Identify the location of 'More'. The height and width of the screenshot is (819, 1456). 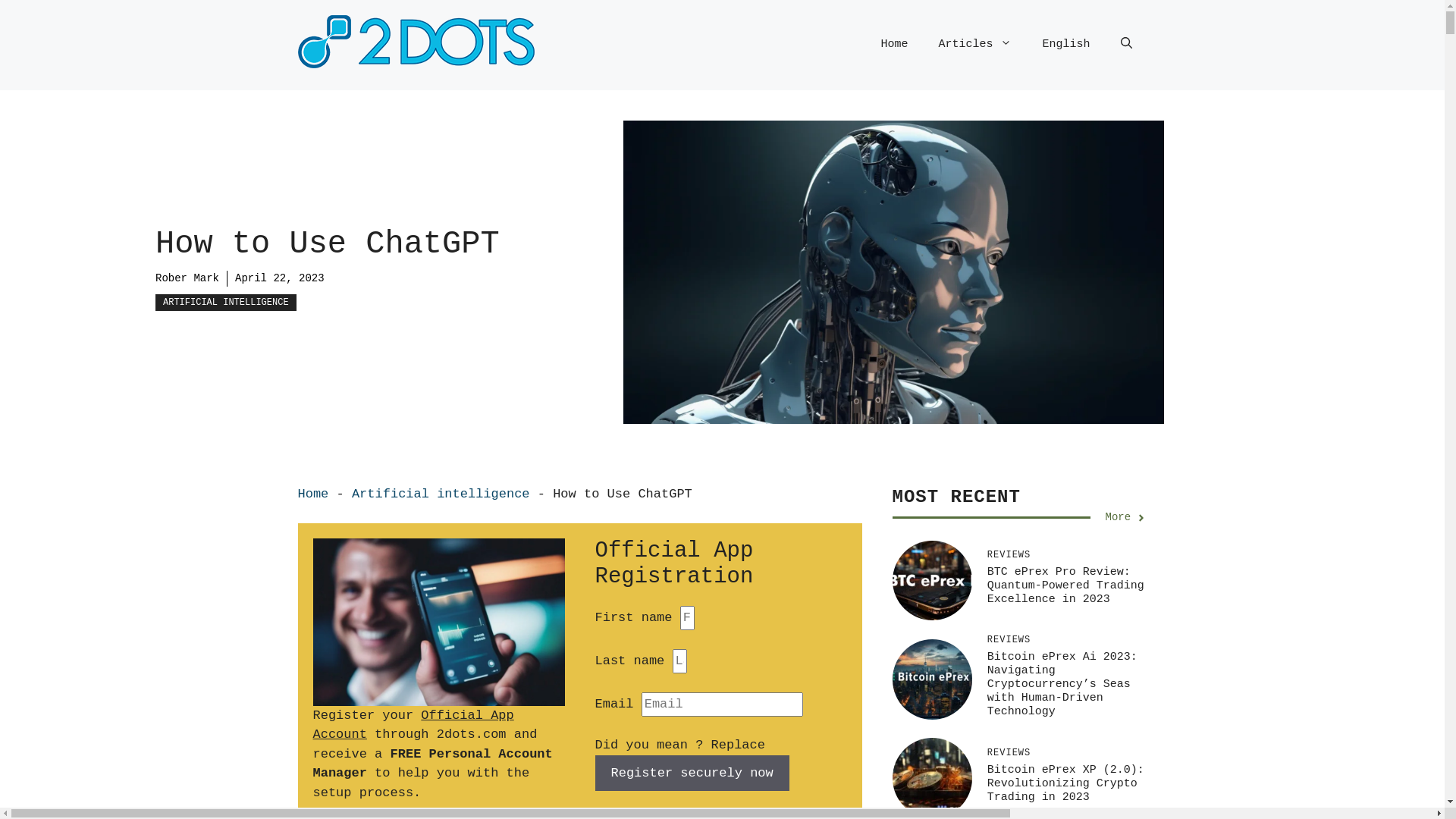
(1126, 516).